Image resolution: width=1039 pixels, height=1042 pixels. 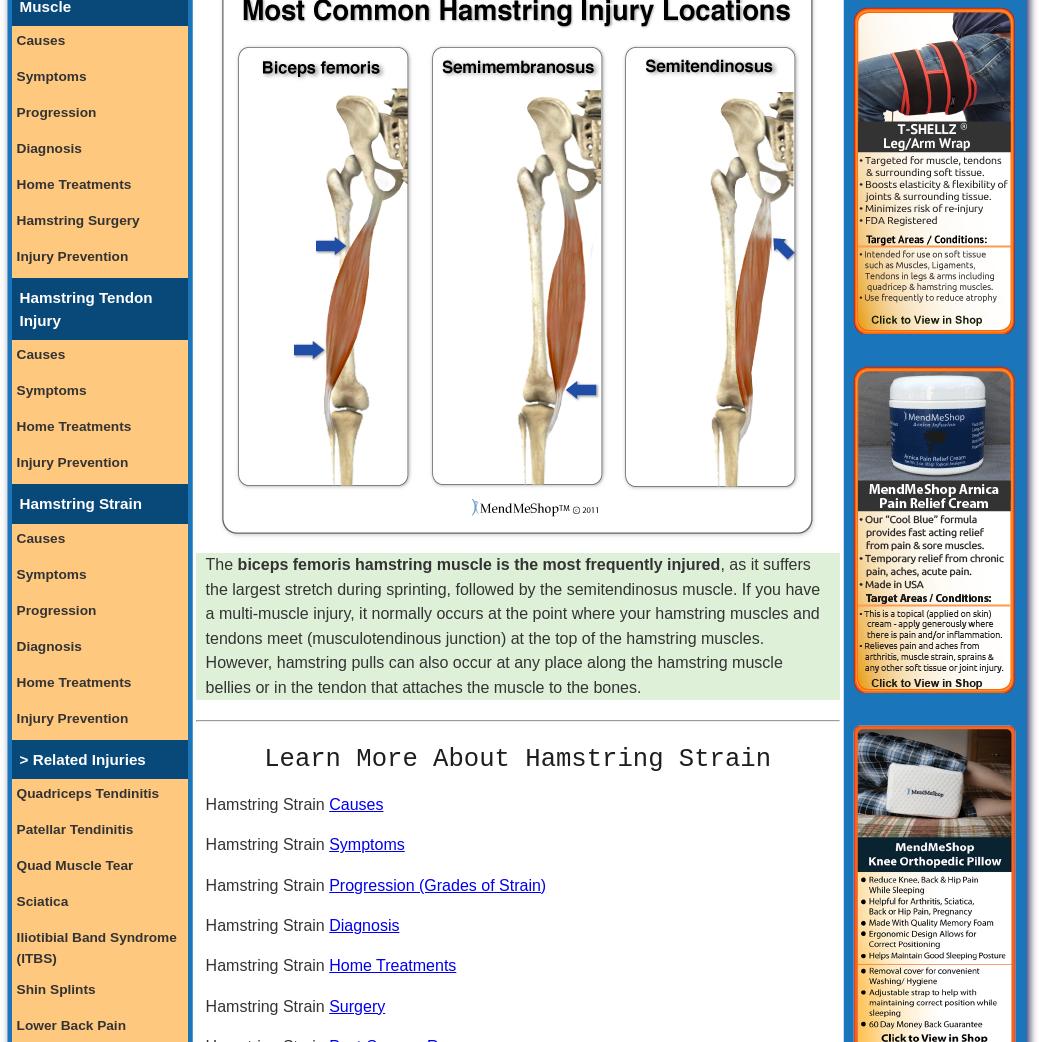 I want to click on 'Sciatica', so click(x=40, y=899).